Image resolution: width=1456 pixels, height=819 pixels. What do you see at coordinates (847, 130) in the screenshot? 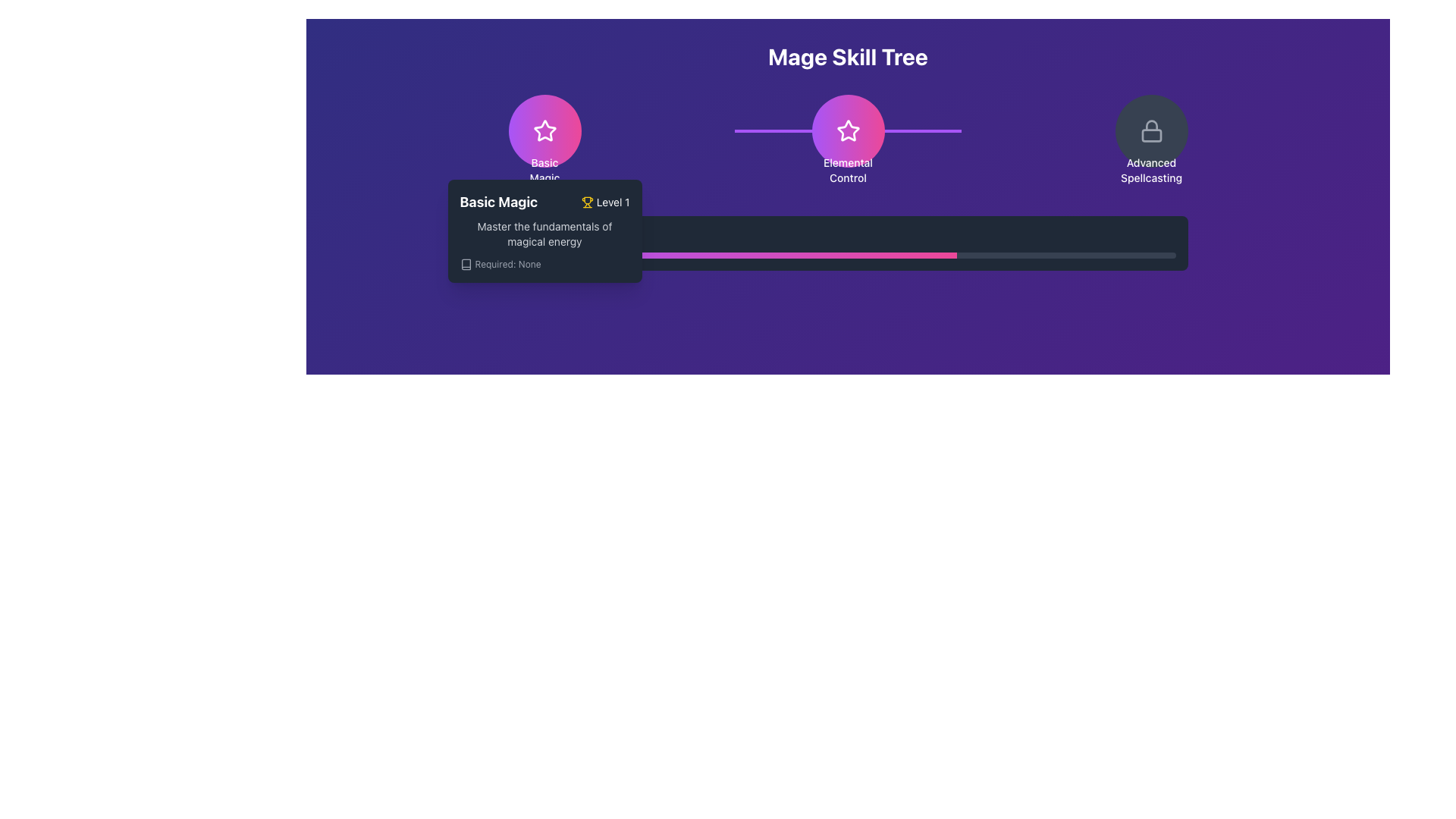
I see `the purple circular badge with a white star icon labeled 'Elemental Control'` at bounding box center [847, 130].